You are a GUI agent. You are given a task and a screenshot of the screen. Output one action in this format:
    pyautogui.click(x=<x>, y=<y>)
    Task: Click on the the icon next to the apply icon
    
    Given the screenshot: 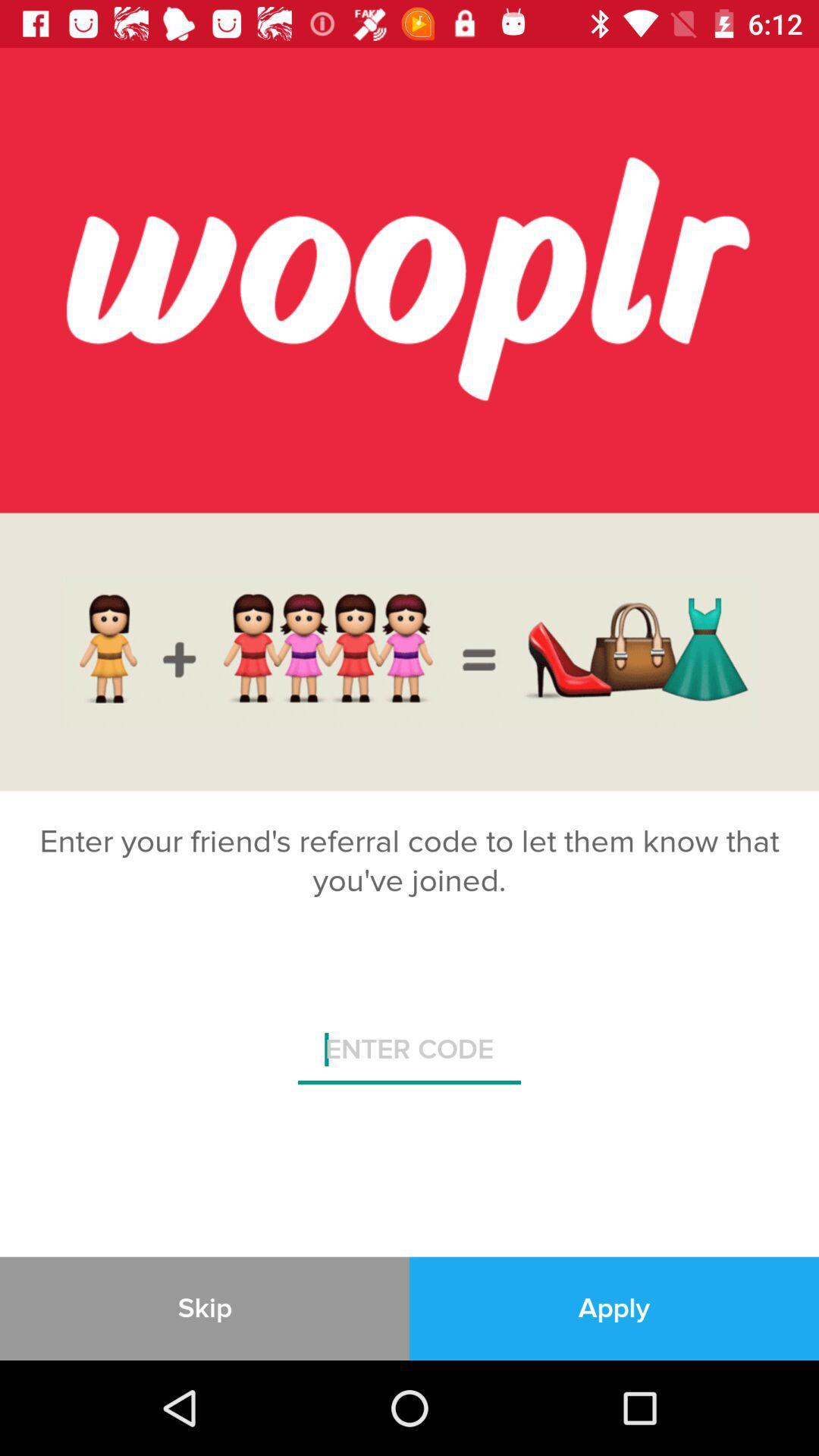 What is the action you would take?
    pyautogui.click(x=205, y=1307)
    